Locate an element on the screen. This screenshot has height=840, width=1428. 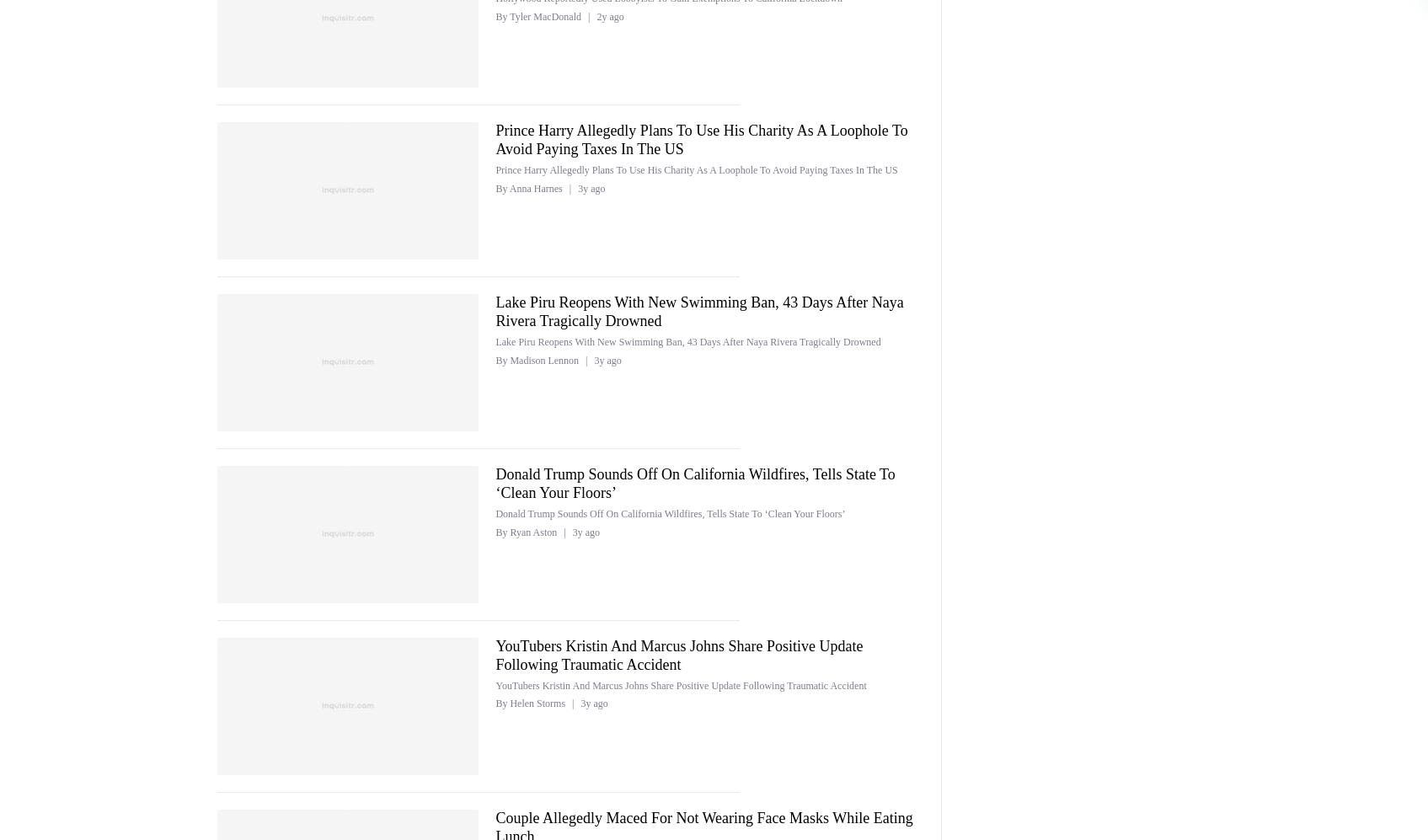
'By Tyler MacDonald' is located at coordinates (538, 16).